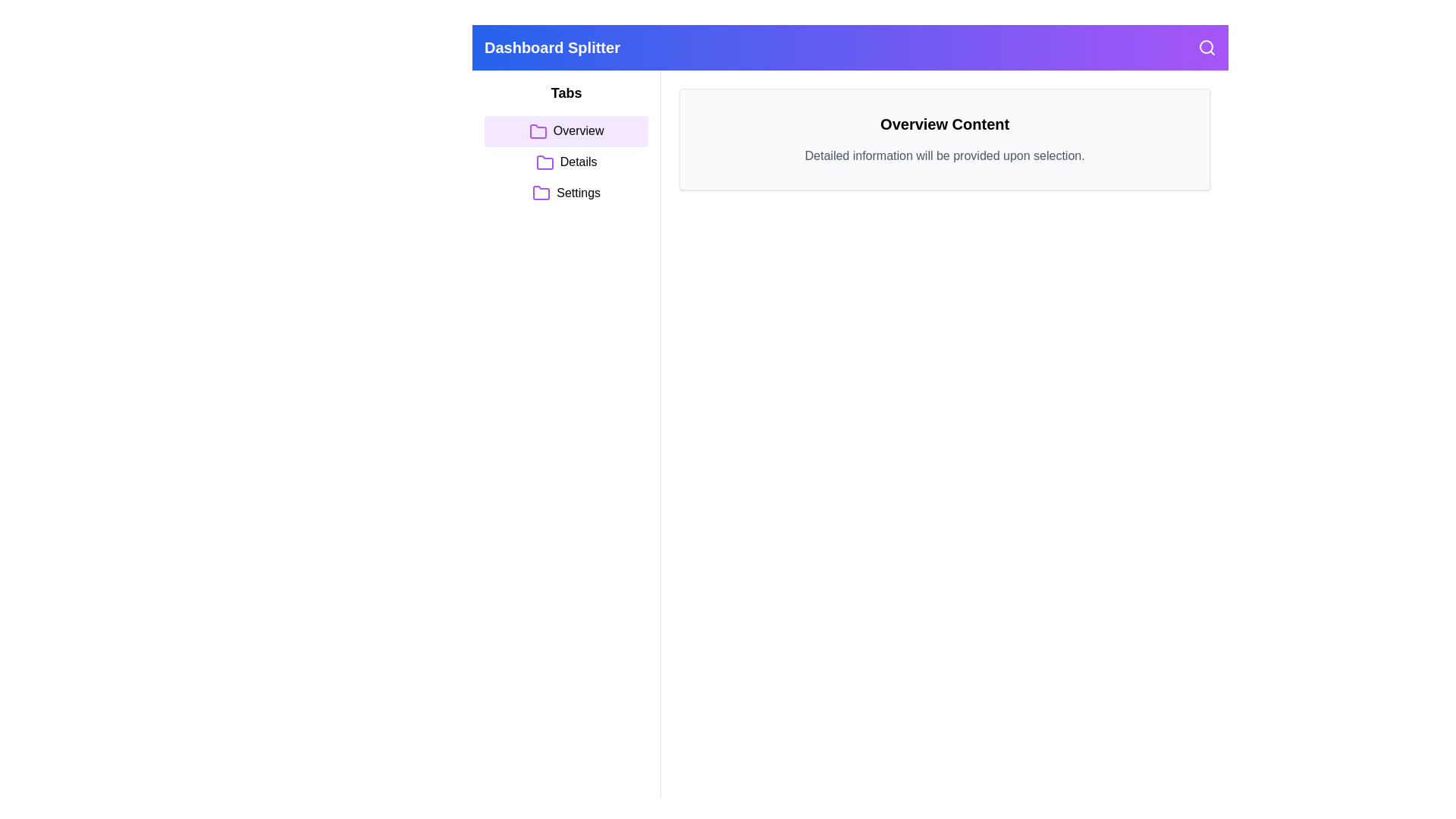  Describe the element at coordinates (538, 130) in the screenshot. I see `the purple folder SVG icon located to the left of the 'Overview' text in the sidebar navigation menu` at that location.